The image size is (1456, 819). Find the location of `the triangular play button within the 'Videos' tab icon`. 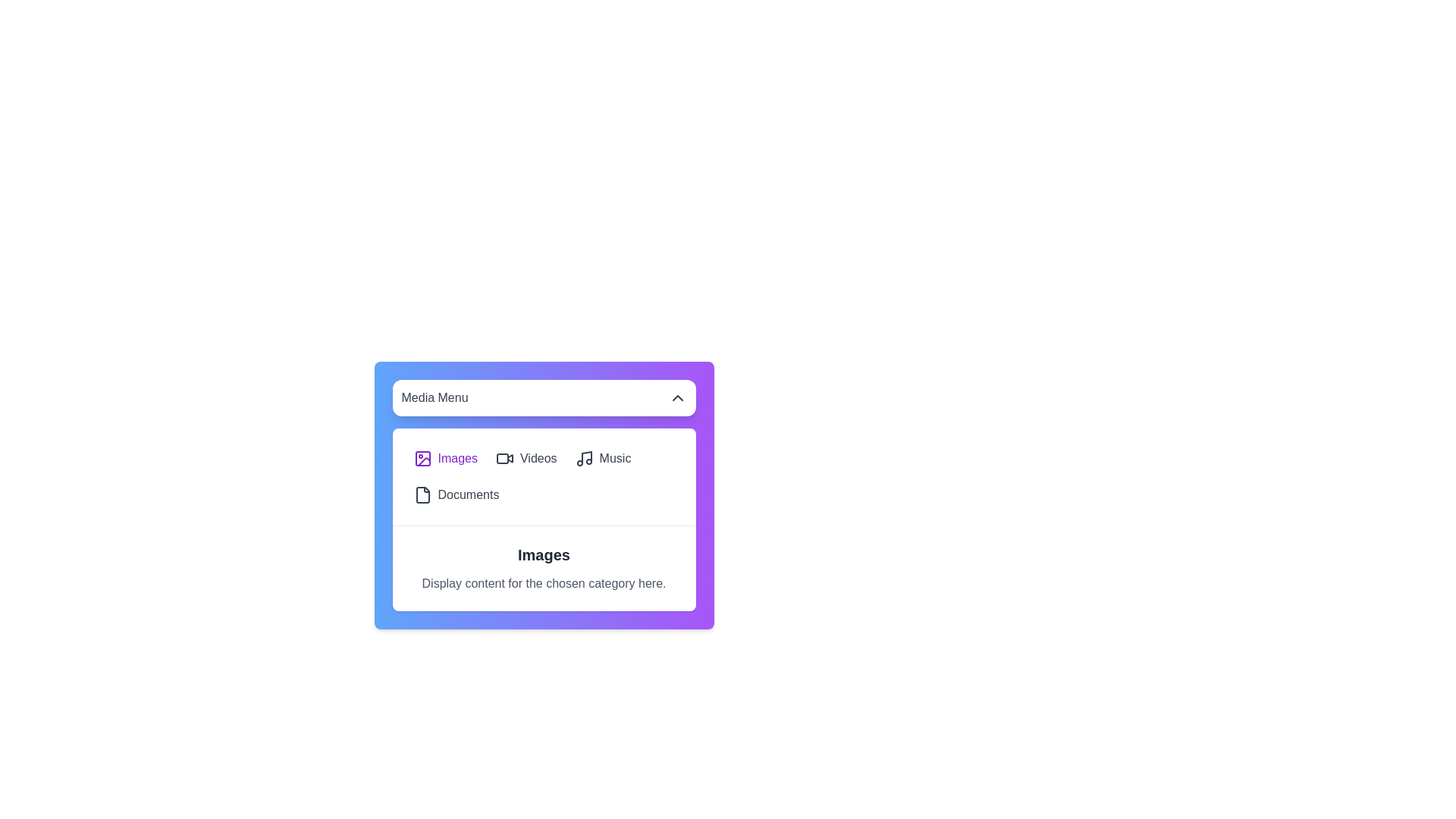

the triangular play button within the 'Videos' tab icon is located at coordinates (510, 458).